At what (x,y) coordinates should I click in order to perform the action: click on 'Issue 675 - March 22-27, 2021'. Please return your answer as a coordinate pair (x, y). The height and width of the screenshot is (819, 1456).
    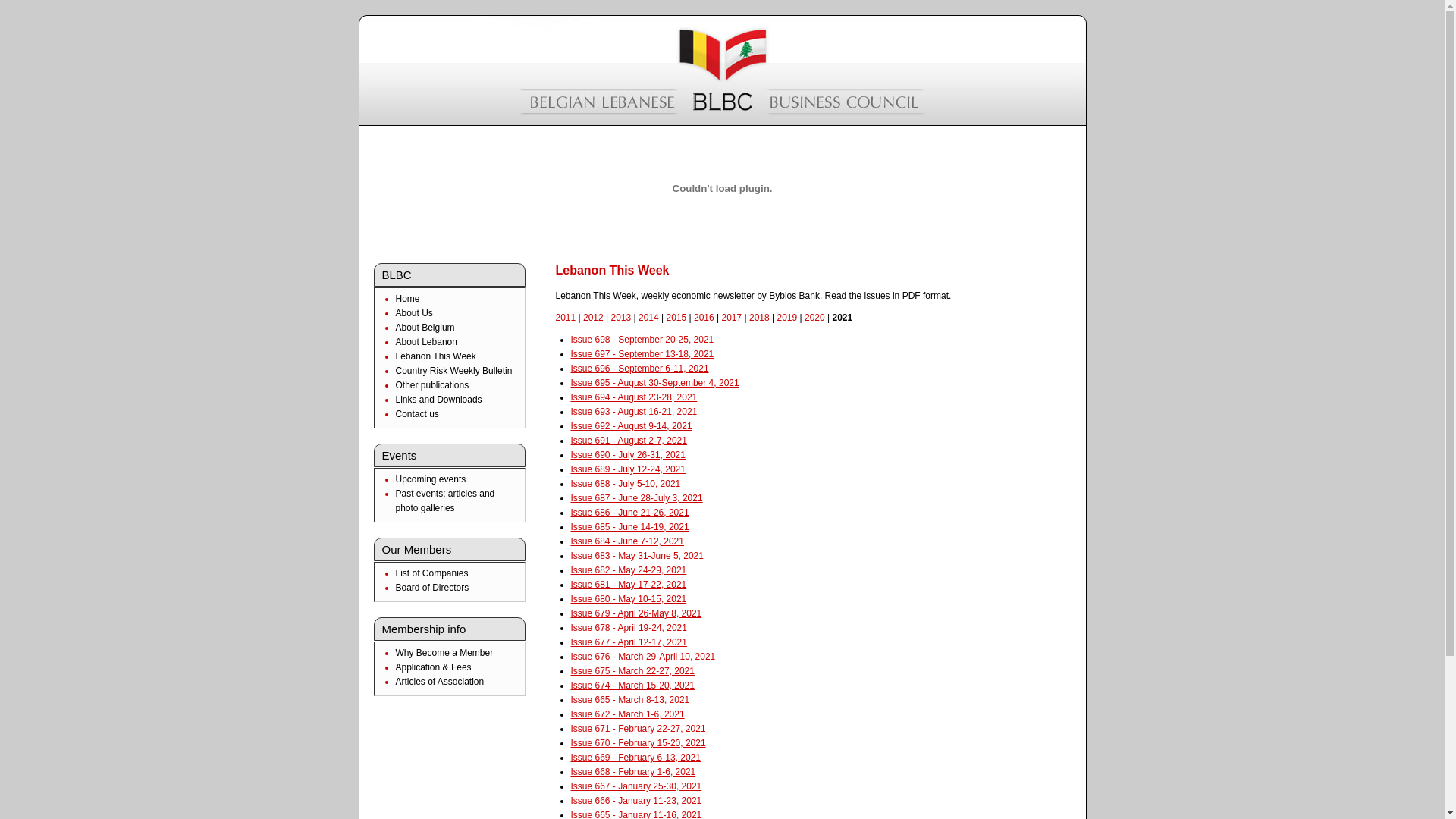
    Looking at the image, I should click on (570, 670).